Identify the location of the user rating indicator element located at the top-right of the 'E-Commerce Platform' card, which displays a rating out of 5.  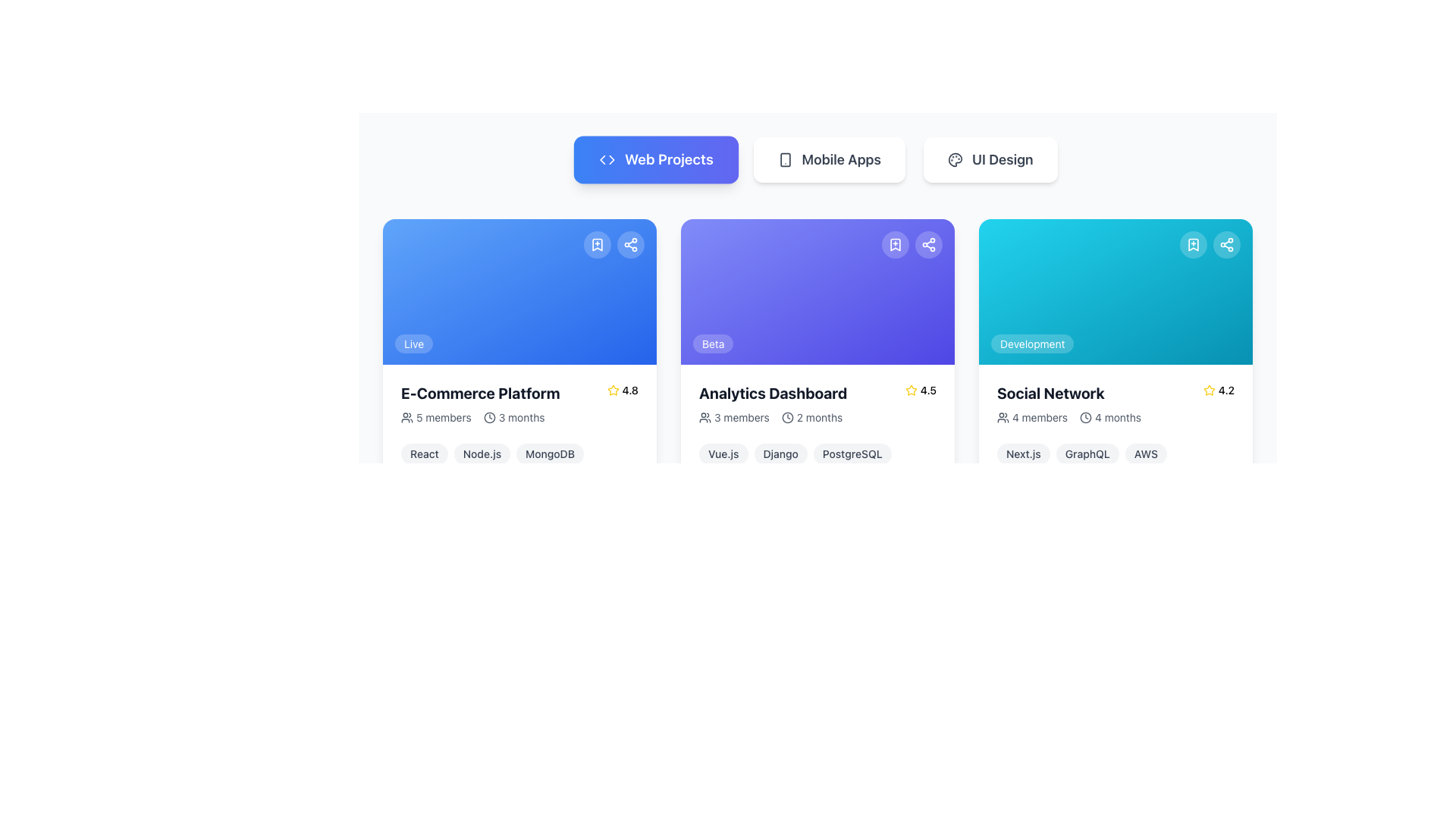
(623, 390).